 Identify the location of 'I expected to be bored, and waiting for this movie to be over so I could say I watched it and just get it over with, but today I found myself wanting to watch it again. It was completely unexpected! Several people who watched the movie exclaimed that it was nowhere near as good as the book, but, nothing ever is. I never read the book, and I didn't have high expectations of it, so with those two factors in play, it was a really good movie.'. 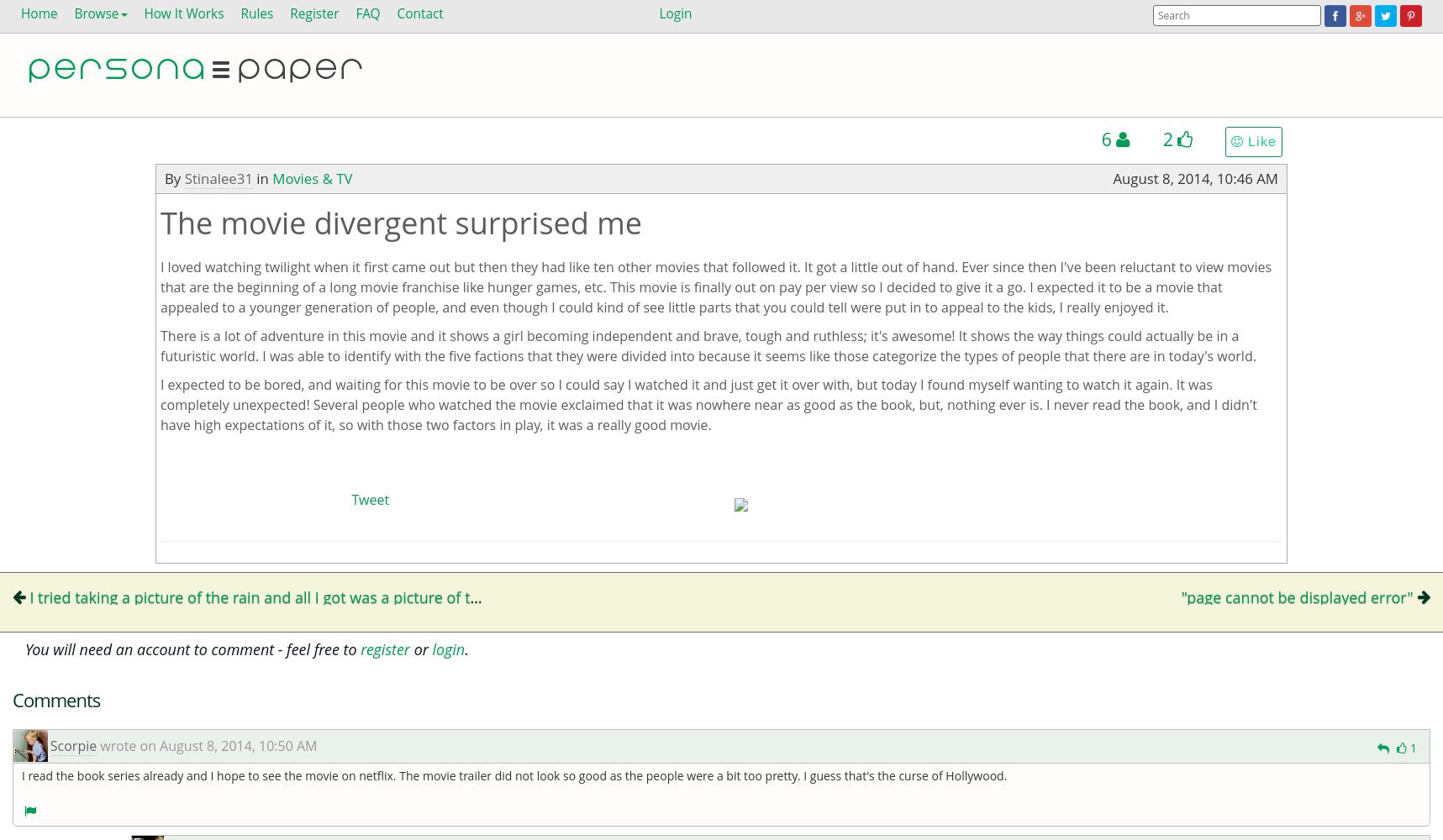
(708, 403).